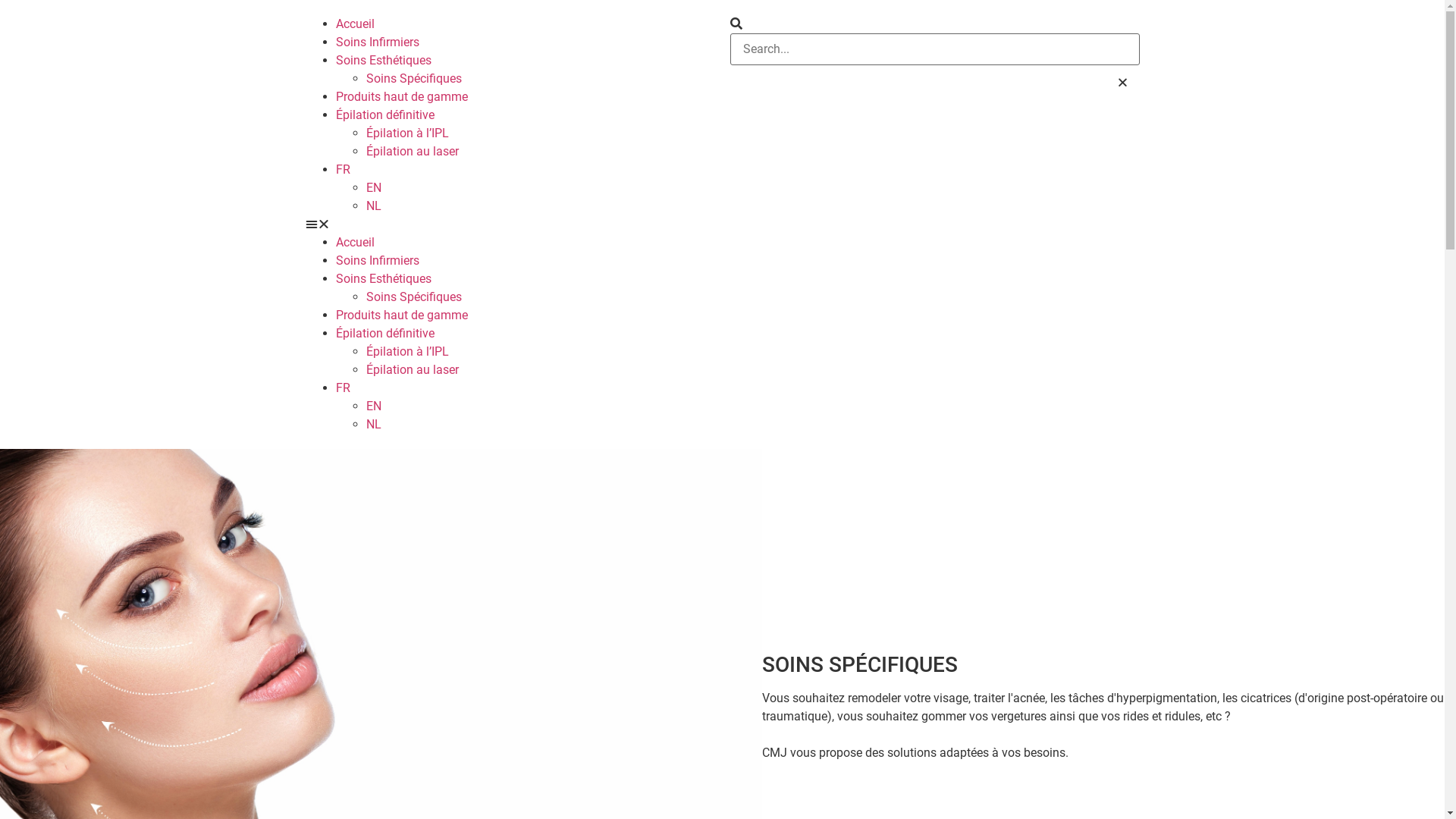 This screenshot has width=1456, height=819. Describe the element at coordinates (372, 187) in the screenshot. I see `'EN'` at that location.